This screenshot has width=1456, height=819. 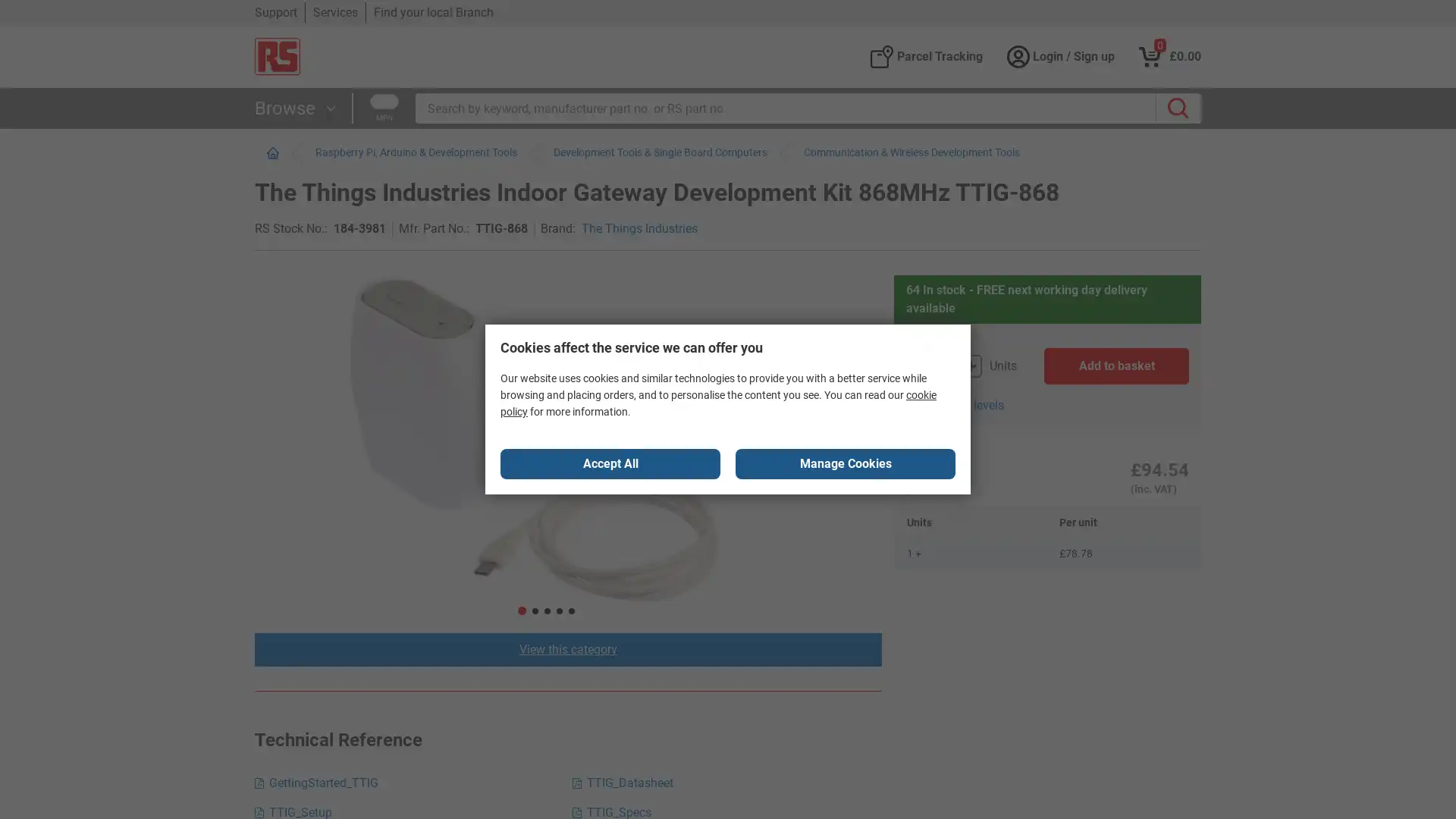 What do you see at coordinates (1116, 366) in the screenshot?
I see `Add to basket` at bounding box center [1116, 366].